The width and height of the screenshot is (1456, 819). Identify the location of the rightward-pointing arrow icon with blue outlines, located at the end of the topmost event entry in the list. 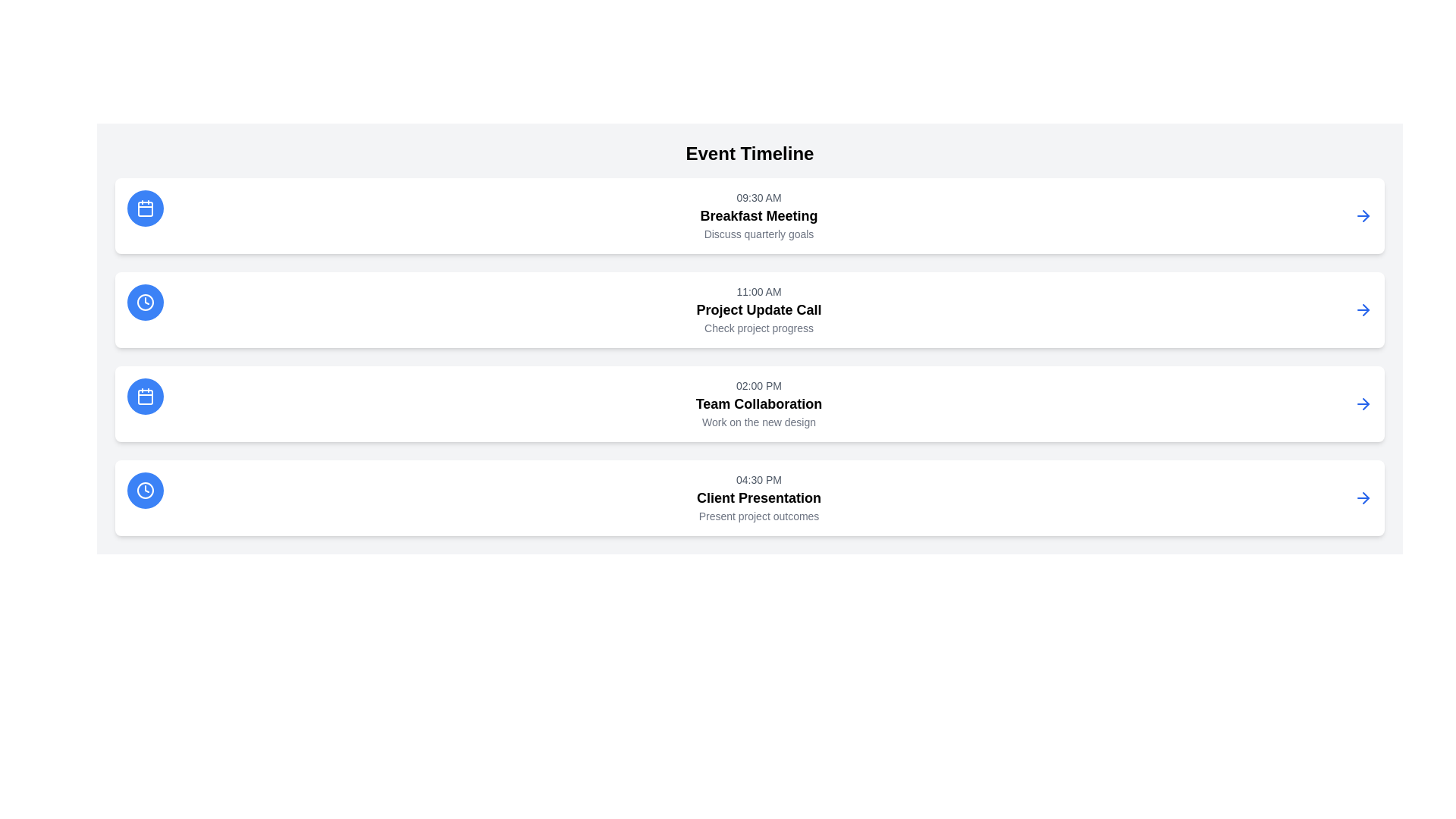
(1363, 216).